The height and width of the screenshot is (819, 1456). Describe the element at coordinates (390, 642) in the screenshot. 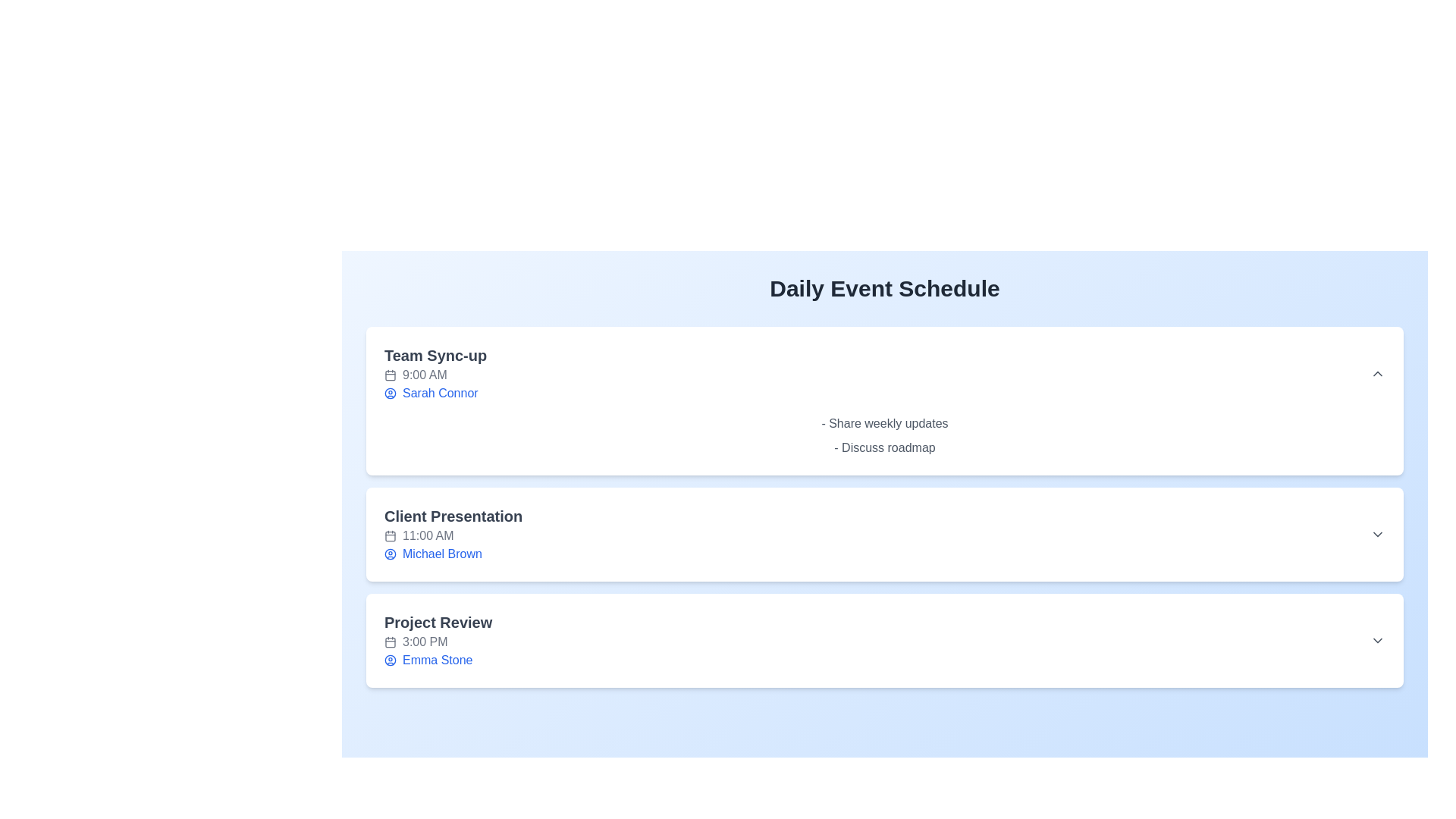

I see `the decorative element inside the calendar icon located in the third event card 'Project Review' before the time '3:00 PM'` at that location.